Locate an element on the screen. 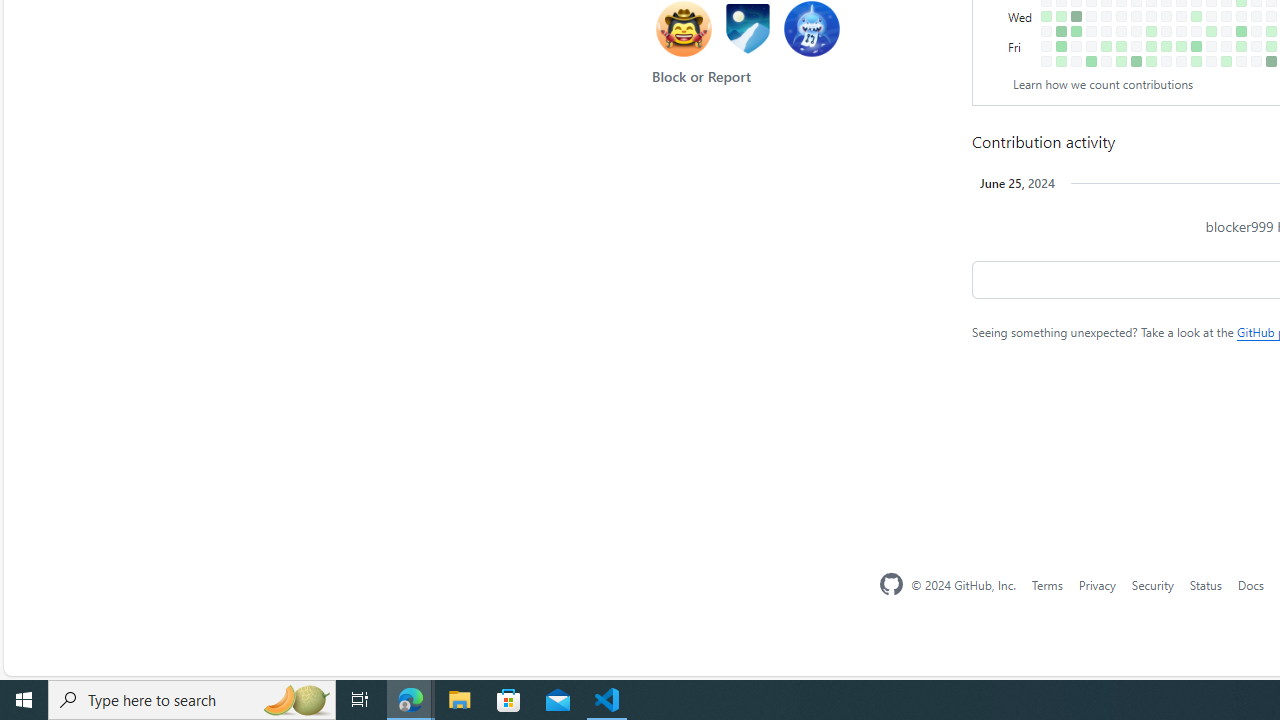  '2 contributions on February 24th.' is located at coordinates (1151, 60).